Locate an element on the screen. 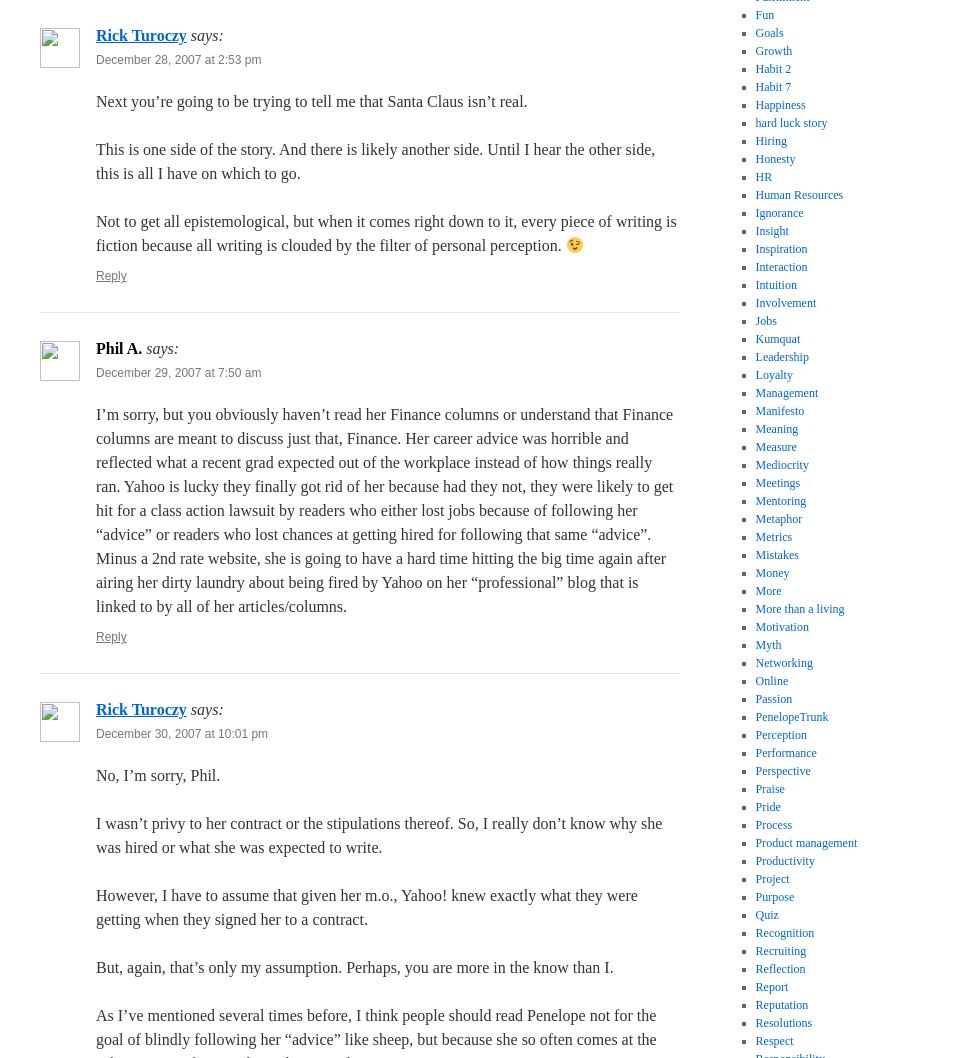  'Involvement' is located at coordinates (785, 302).